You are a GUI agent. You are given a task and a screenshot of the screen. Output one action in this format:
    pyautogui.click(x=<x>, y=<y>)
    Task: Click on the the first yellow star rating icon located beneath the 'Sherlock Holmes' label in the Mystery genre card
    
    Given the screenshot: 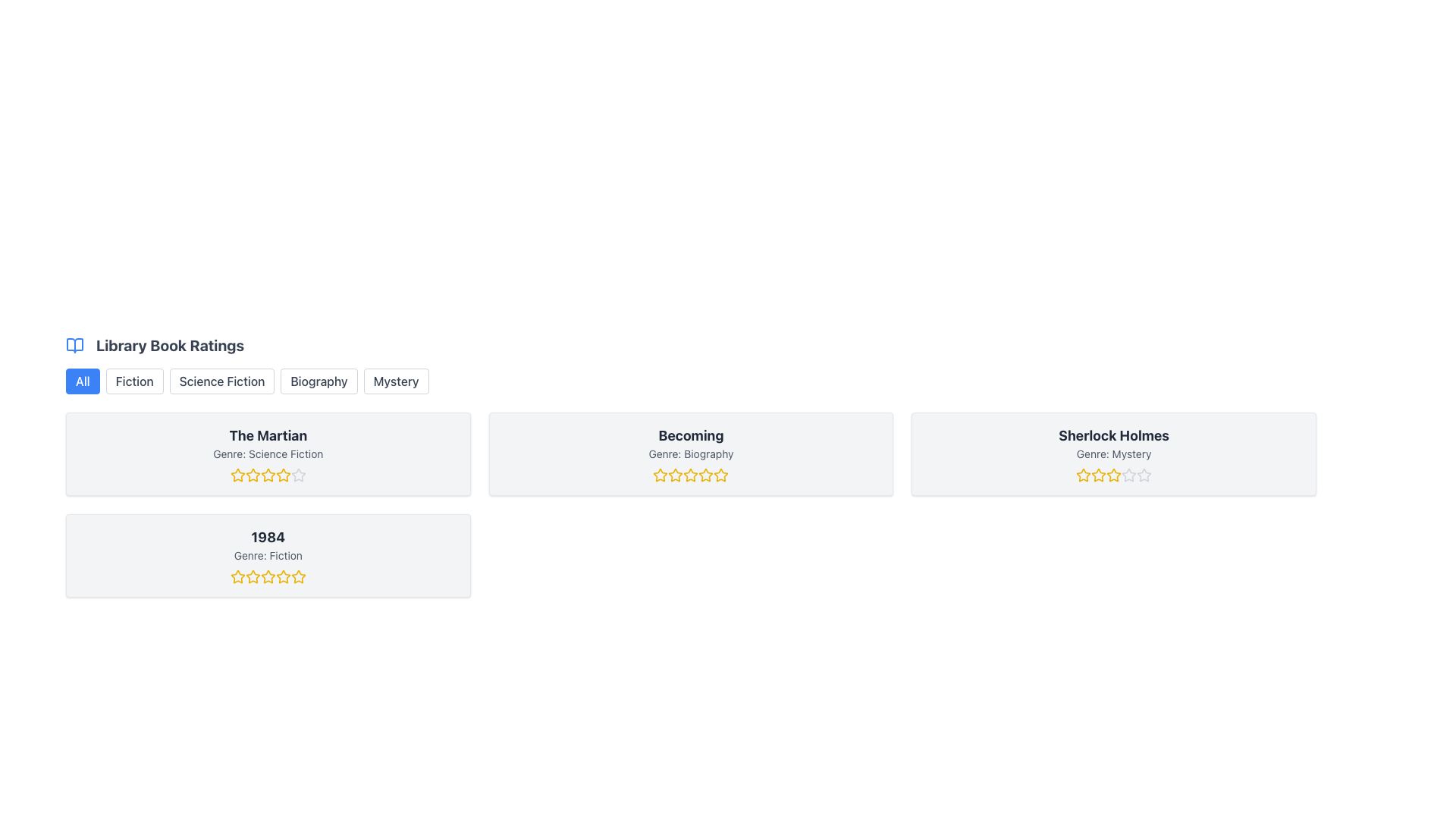 What is the action you would take?
    pyautogui.click(x=1083, y=474)
    